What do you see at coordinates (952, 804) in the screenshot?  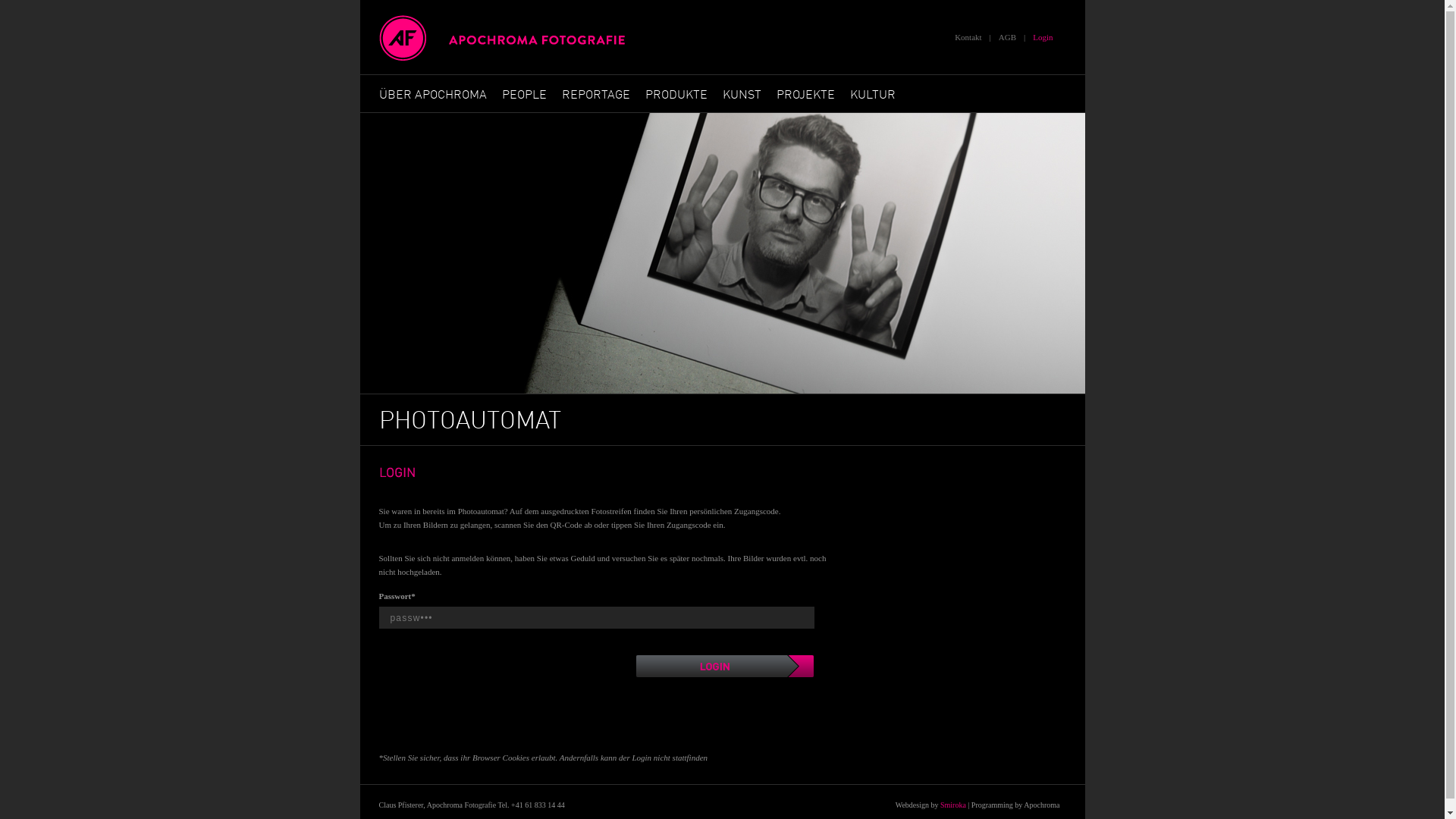 I see `'Smiroka'` at bounding box center [952, 804].